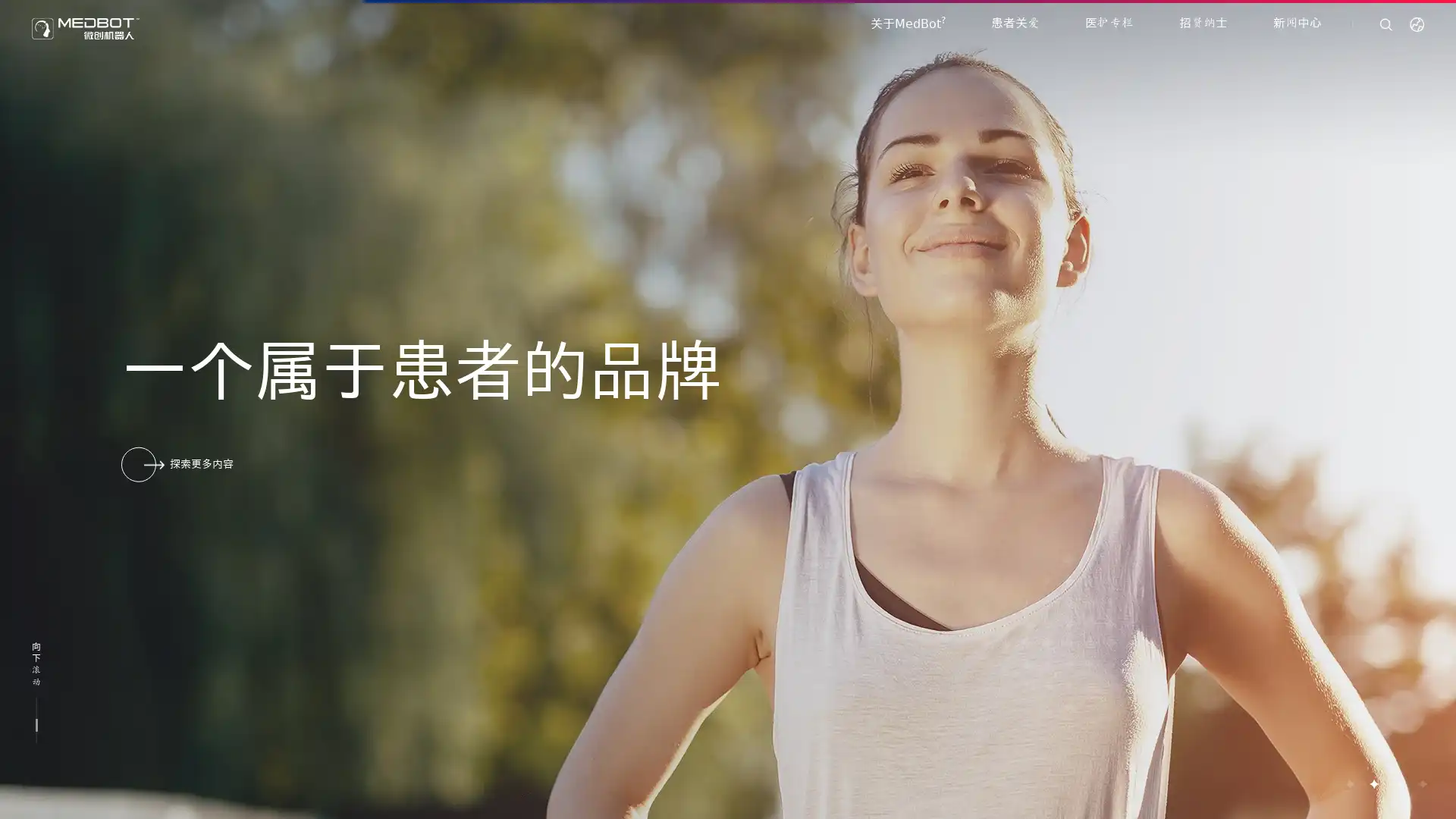  What do you see at coordinates (1421, 783) in the screenshot?
I see `Go to slide 4` at bounding box center [1421, 783].